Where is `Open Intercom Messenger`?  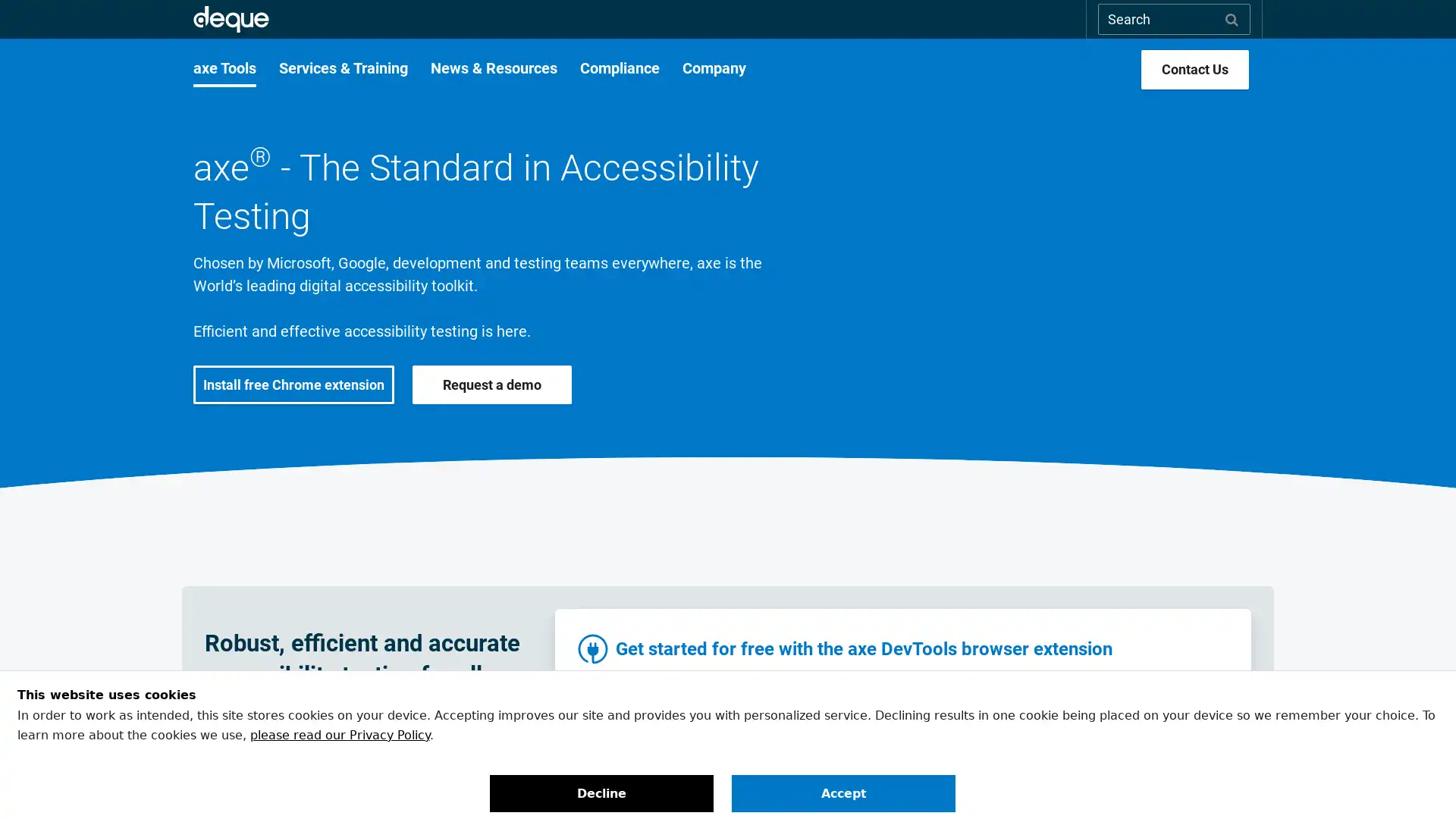
Open Intercom Messenger is located at coordinates (1417, 780).